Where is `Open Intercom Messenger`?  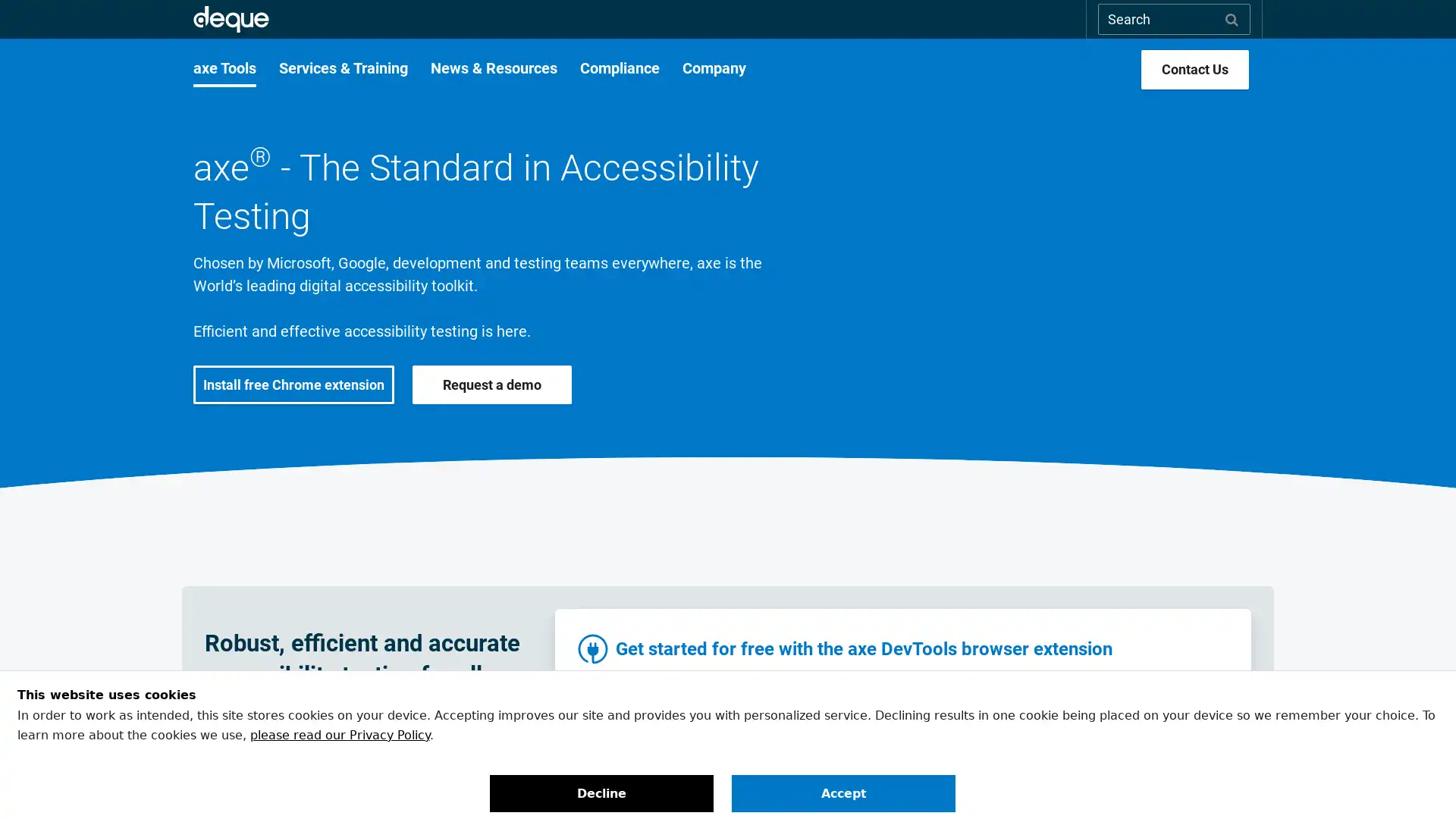
Open Intercom Messenger is located at coordinates (1417, 780).